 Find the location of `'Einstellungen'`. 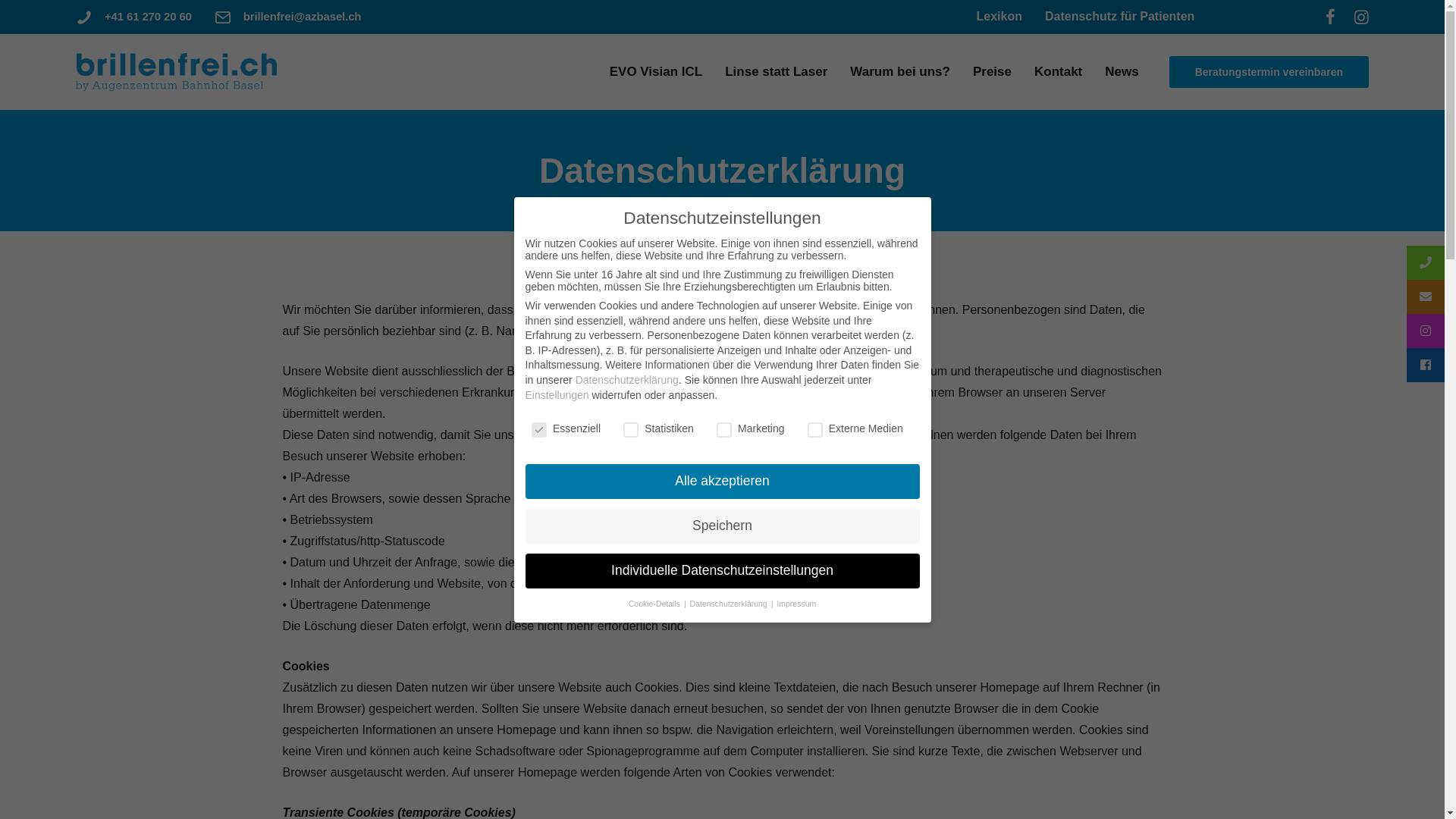

'Einstellungen' is located at coordinates (556, 394).